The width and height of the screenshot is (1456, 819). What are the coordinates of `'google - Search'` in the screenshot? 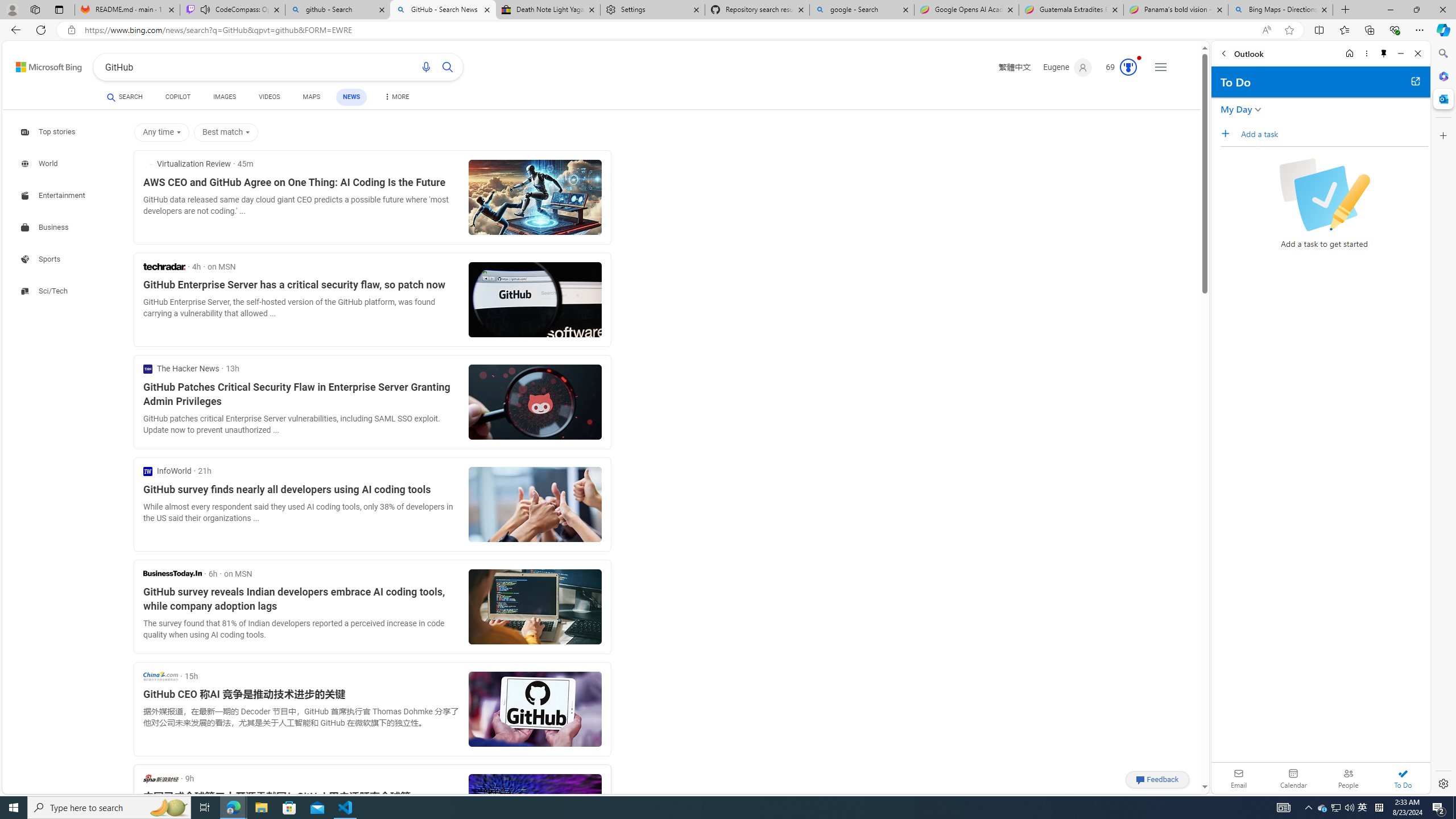 It's located at (862, 9).